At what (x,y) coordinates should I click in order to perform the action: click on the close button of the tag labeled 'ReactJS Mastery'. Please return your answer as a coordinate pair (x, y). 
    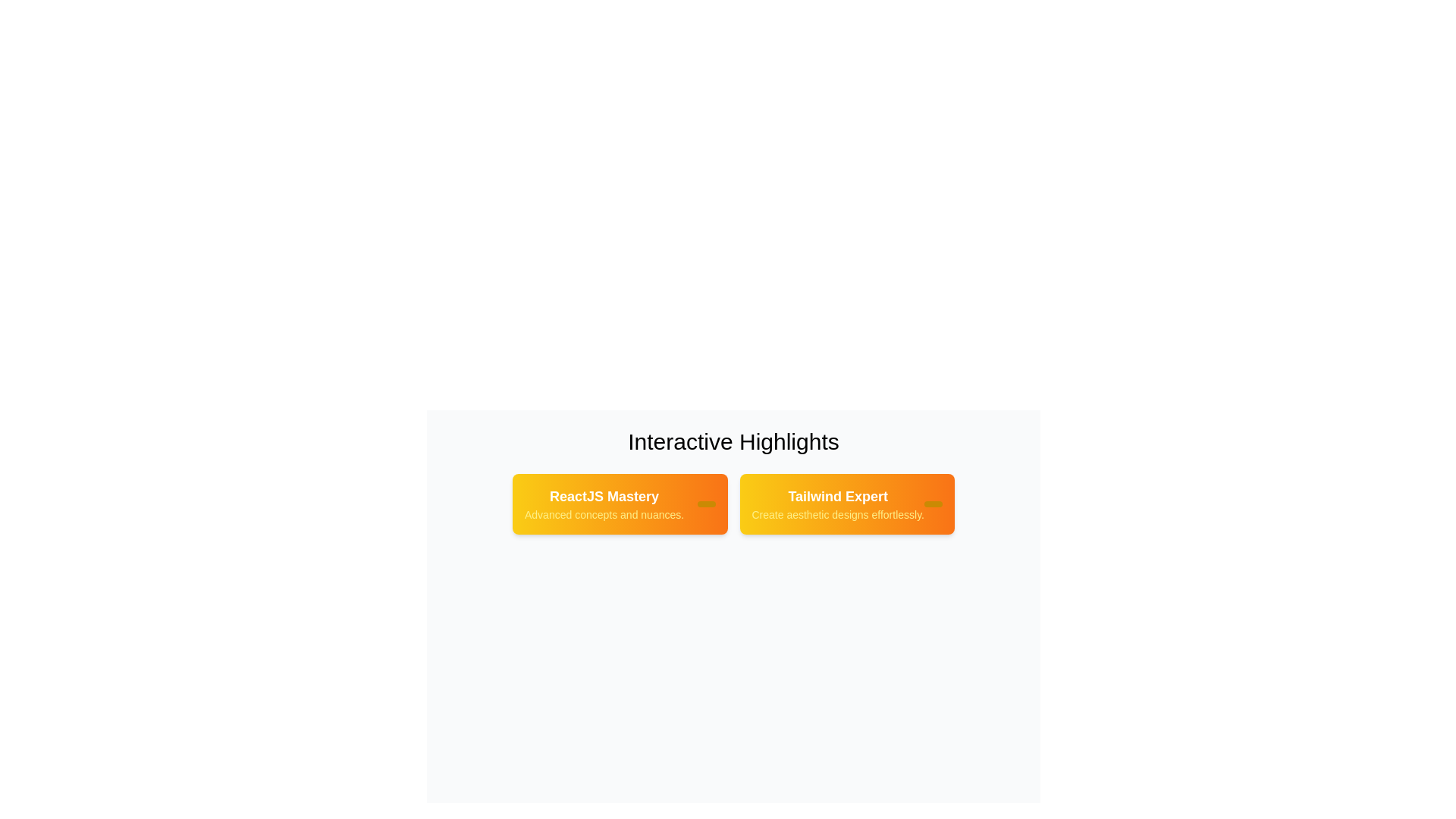
    Looking at the image, I should click on (705, 504).